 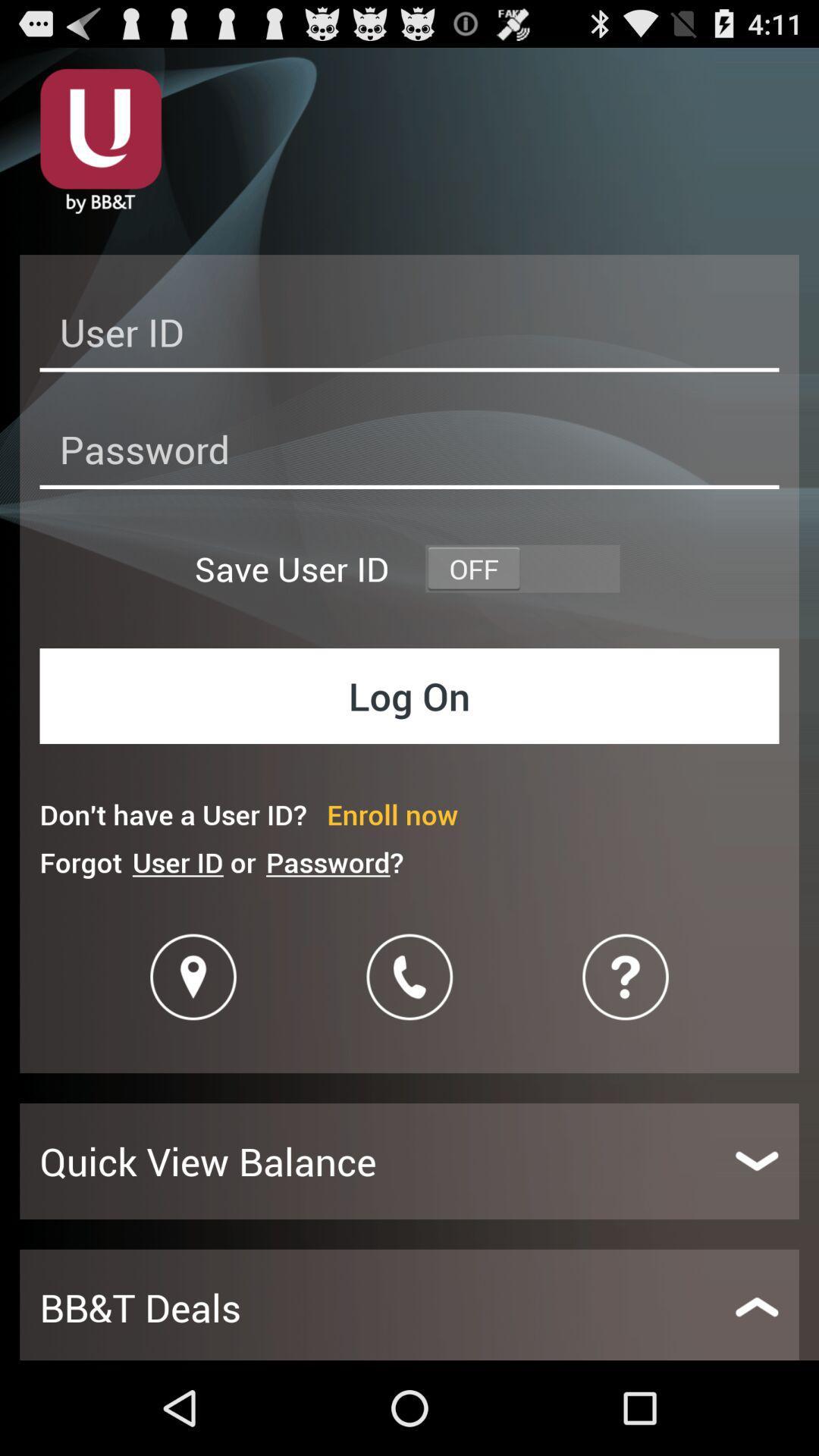 What do you see at coordinates (409, 695) in the screenshot?
I see `item above the don t have item` at bounding box center [409, 695].